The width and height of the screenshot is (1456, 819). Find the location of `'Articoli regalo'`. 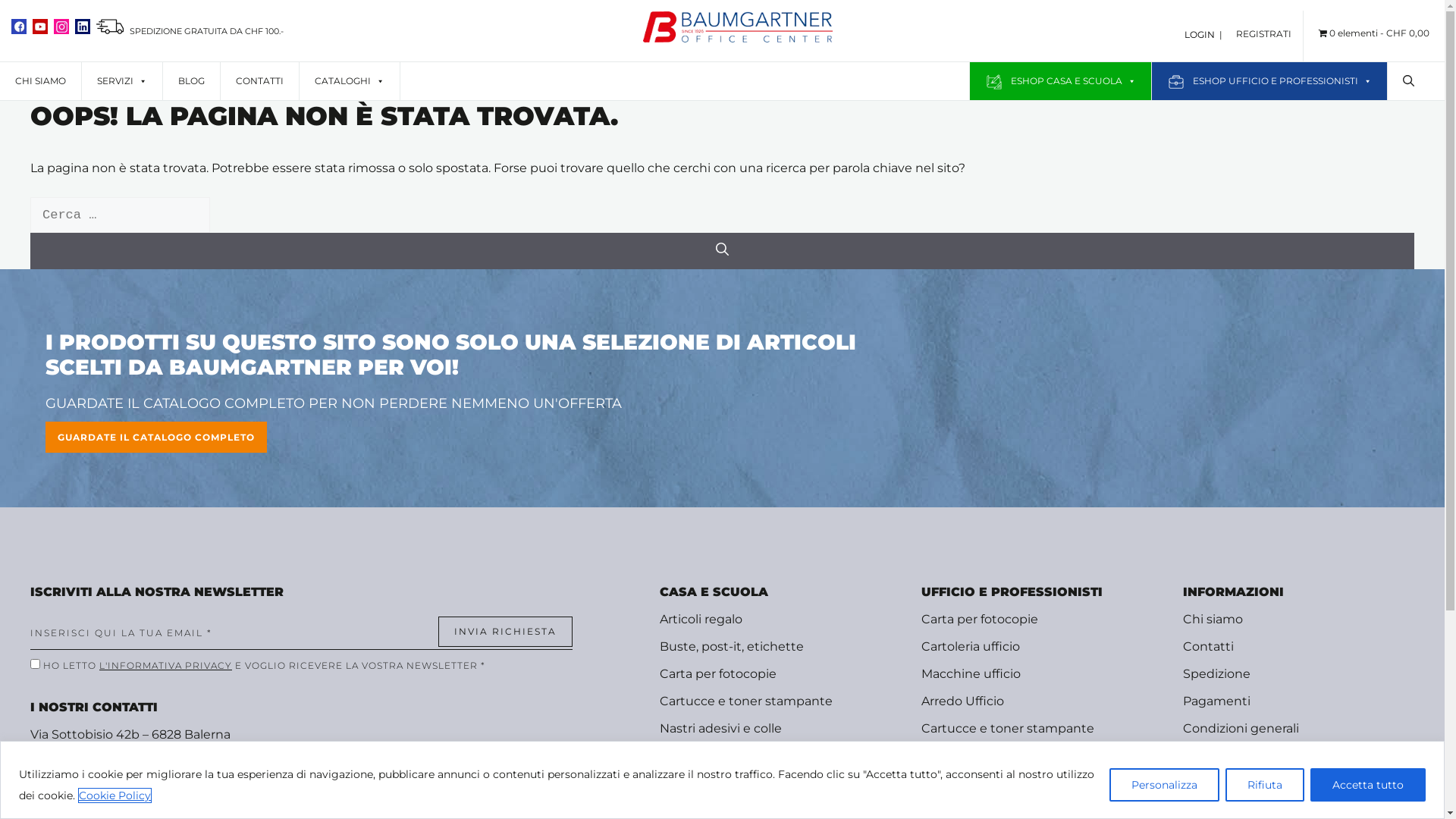

'Articoli regalo' is located at coordinates (700, 619).